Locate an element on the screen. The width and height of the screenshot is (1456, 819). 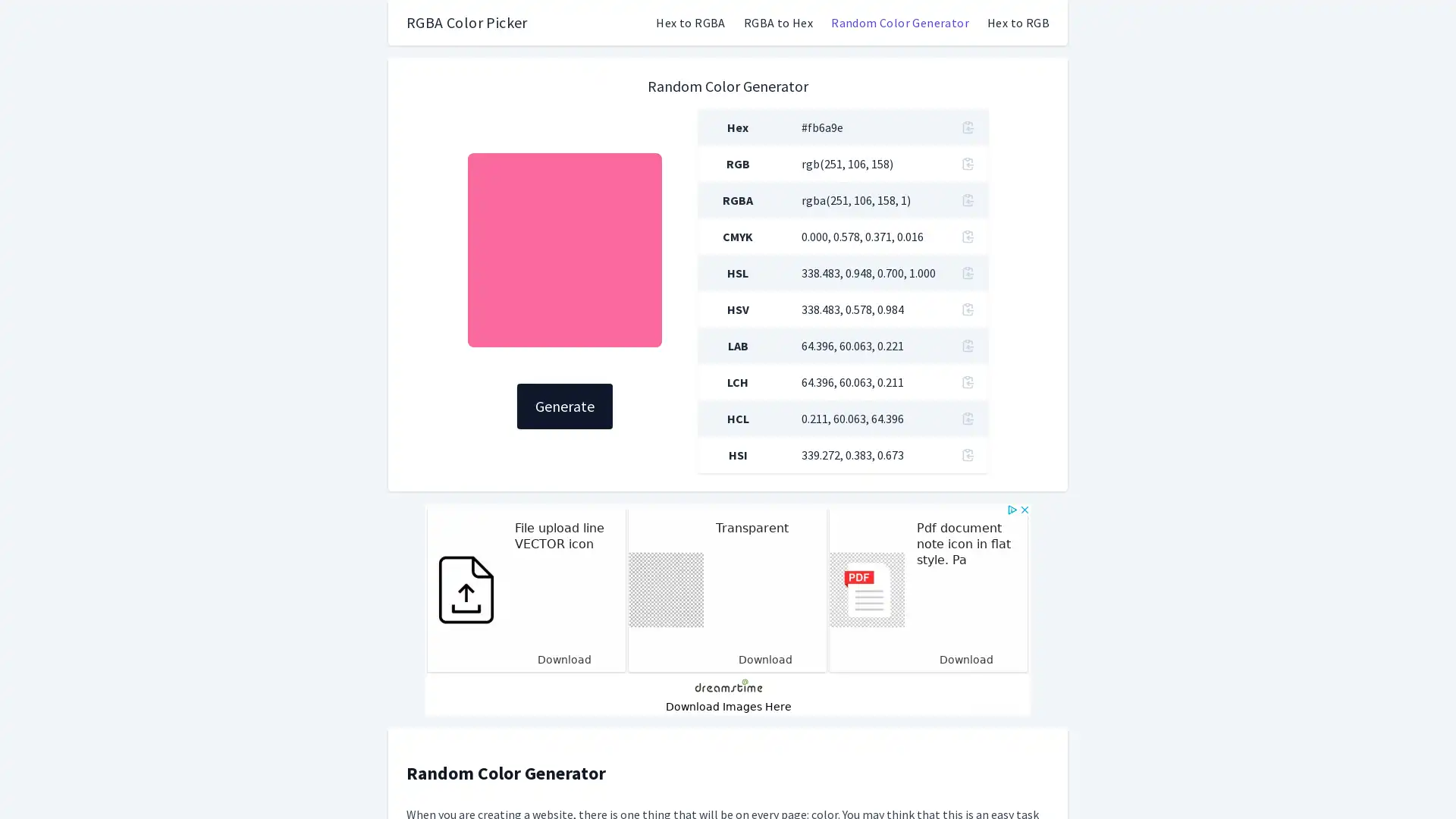
Generate is located at coordinates (563, 406).